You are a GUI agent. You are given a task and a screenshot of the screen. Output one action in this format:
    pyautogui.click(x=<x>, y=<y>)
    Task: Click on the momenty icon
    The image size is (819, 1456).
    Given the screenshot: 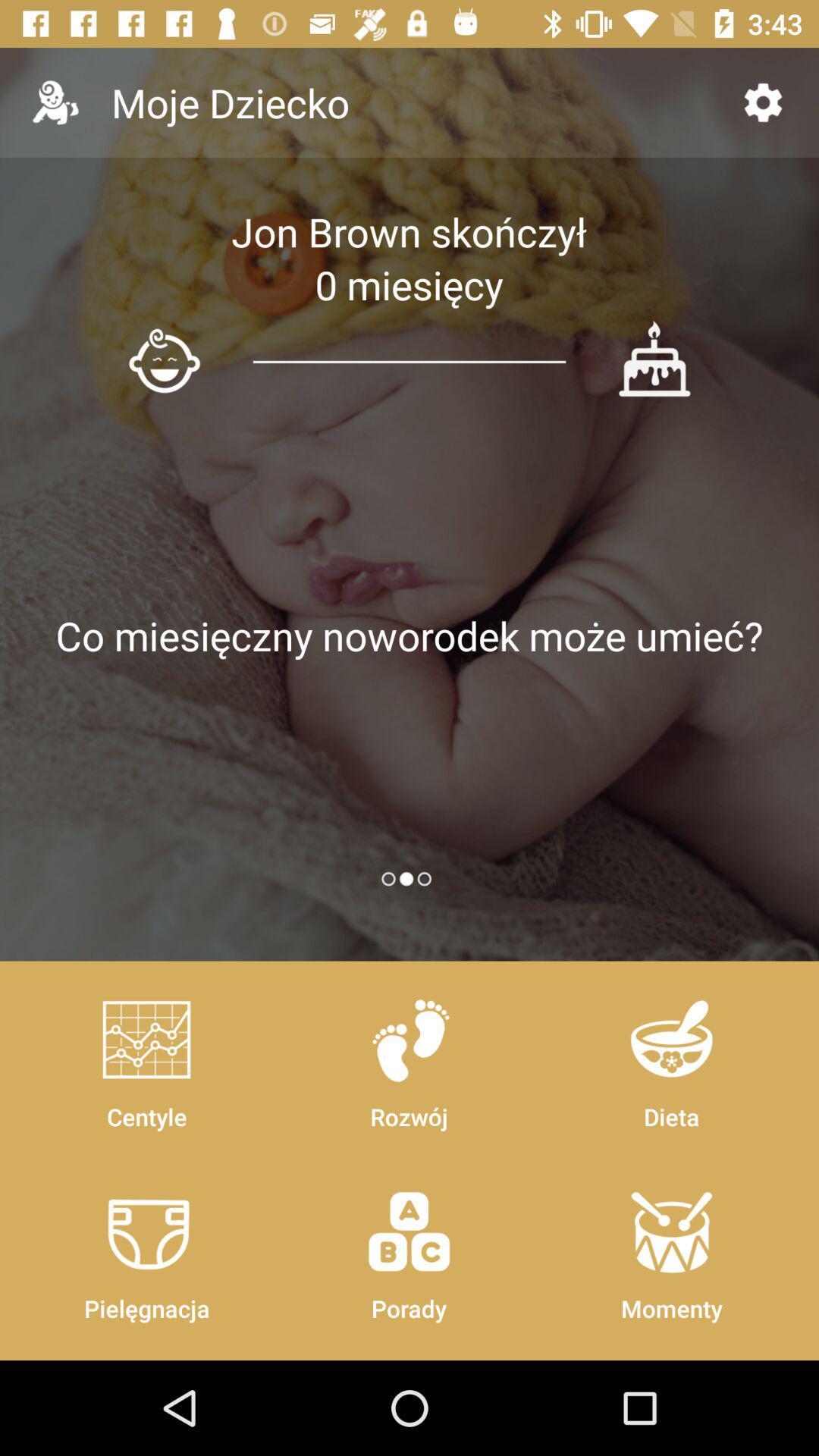 What is the action you would take?
    pyautogui.click(x=670, y=1248)
    